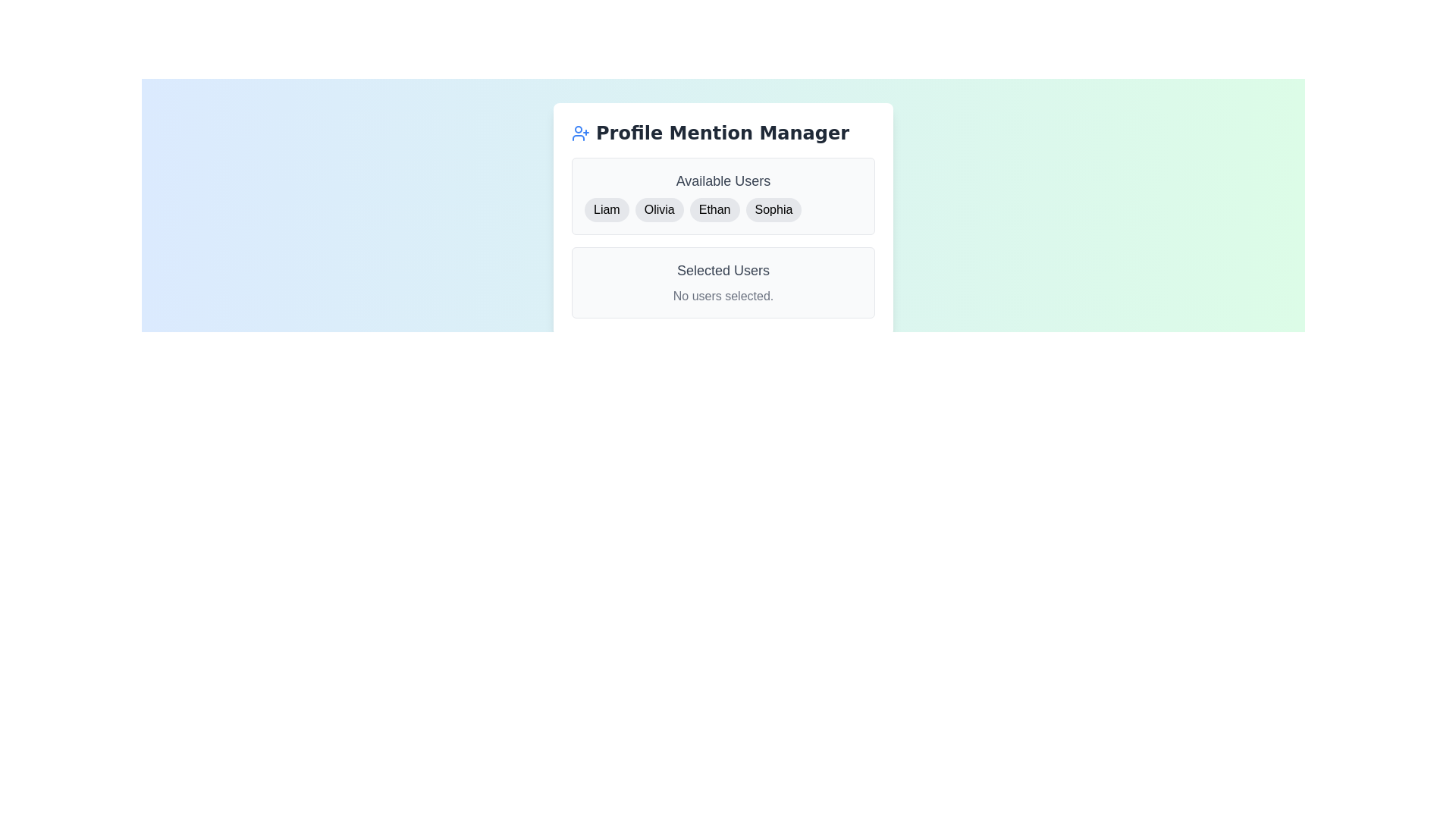 The width and height of the screenshot is (1456, 819). What do you see at coordinates (773, 210) in the screenshot?
I see `the rounded rectangle tag labeled 'Sophia'` at bounding box center [773, 210].